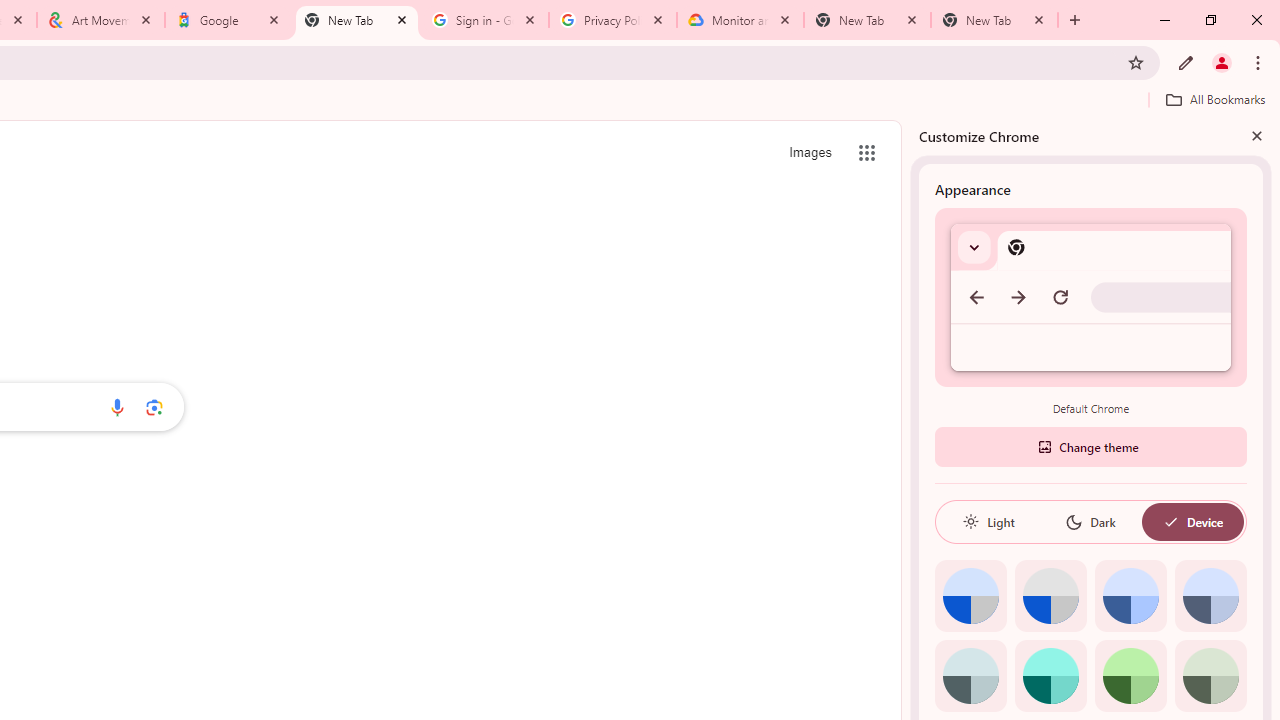 The height and width of the screenshot is (720, 1280). I want to click on 'Viridian', so click(1209, 675).